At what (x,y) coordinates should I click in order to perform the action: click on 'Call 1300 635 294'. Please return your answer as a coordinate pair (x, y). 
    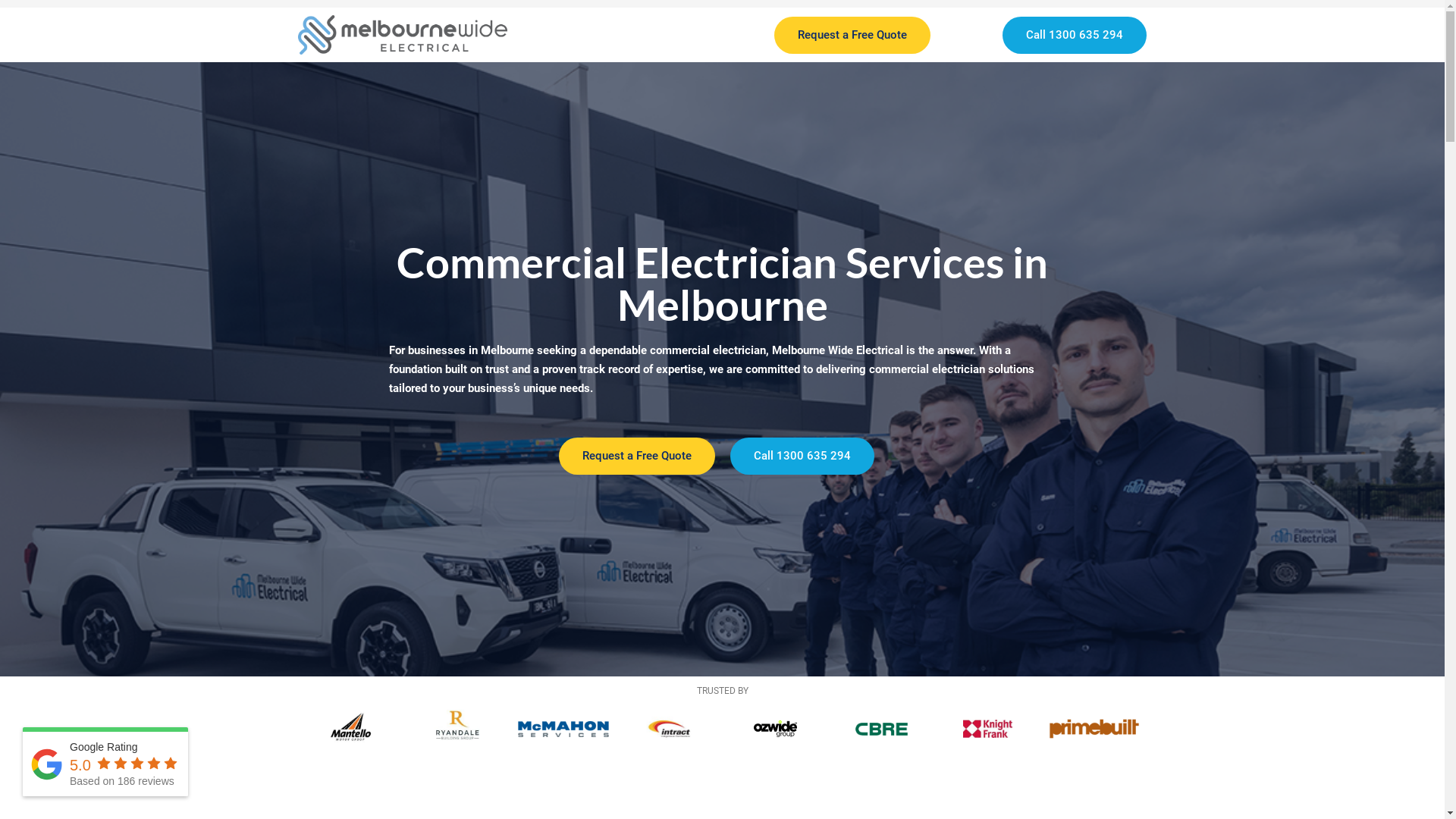
    Looking at the image, I should click on (1073, 34).